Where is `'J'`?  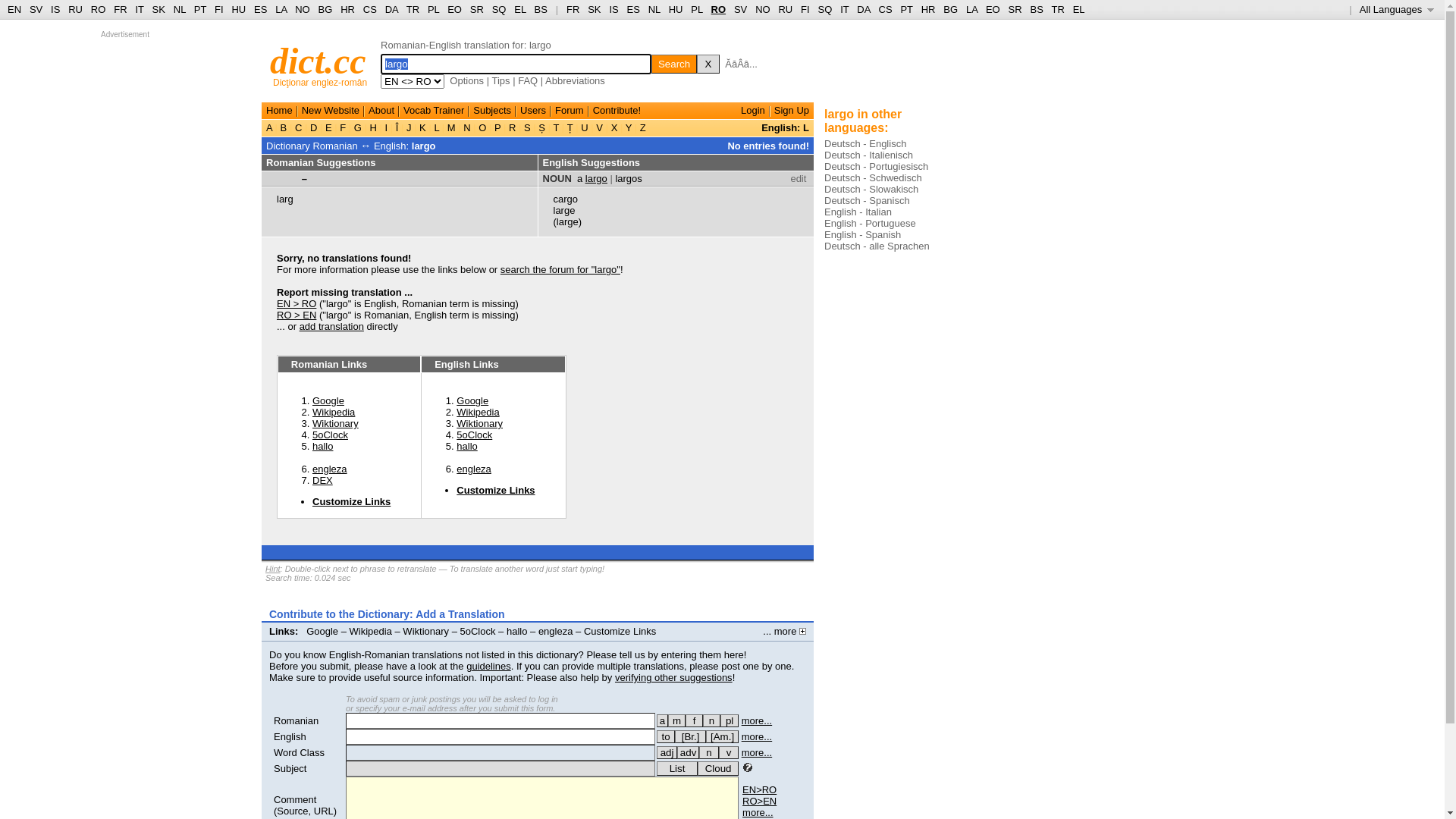
'J' is located at coordinates (408, 127).